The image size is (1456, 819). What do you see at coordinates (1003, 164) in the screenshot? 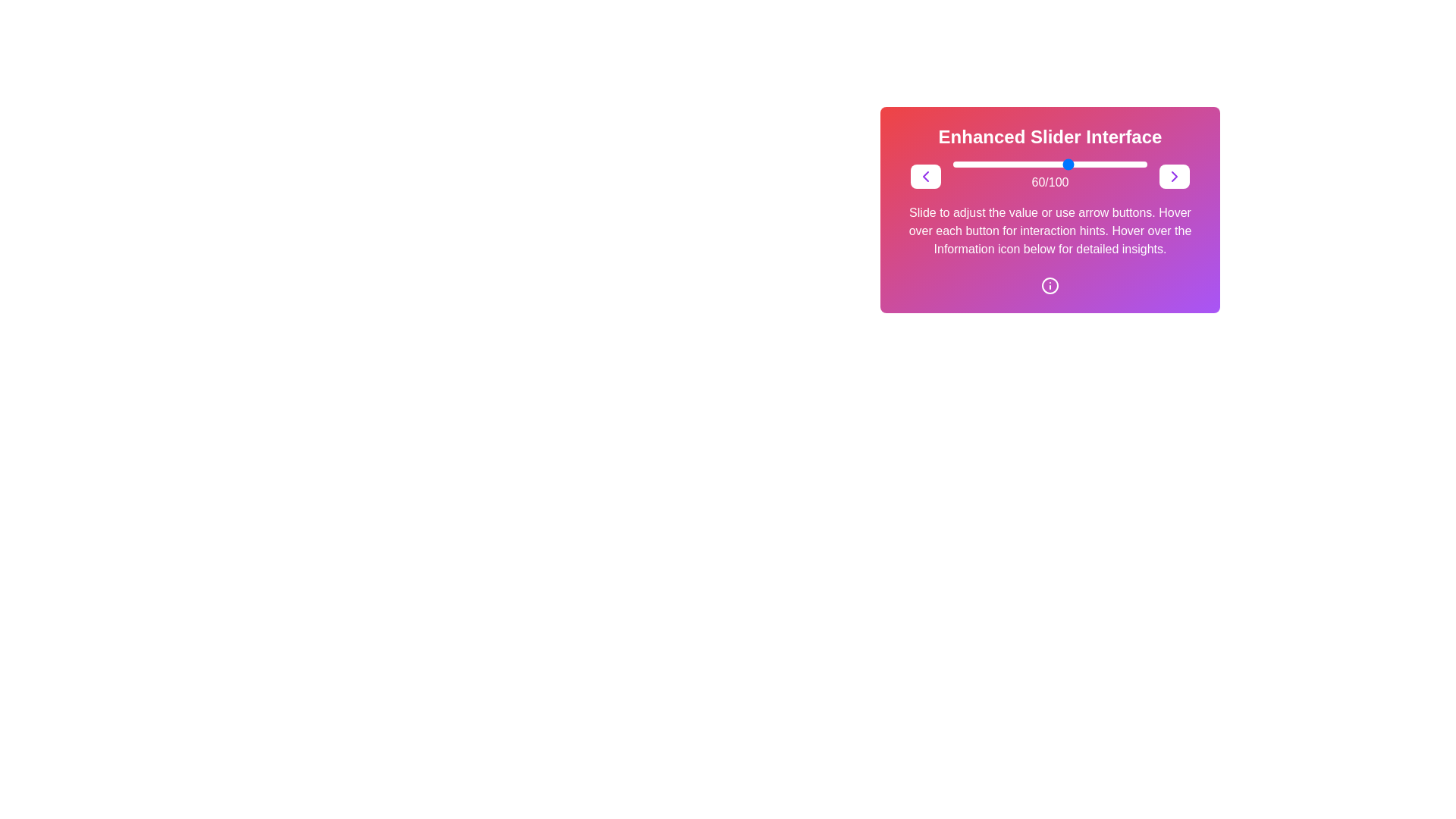
I see `the slider` at bounding box center [1003, 164].